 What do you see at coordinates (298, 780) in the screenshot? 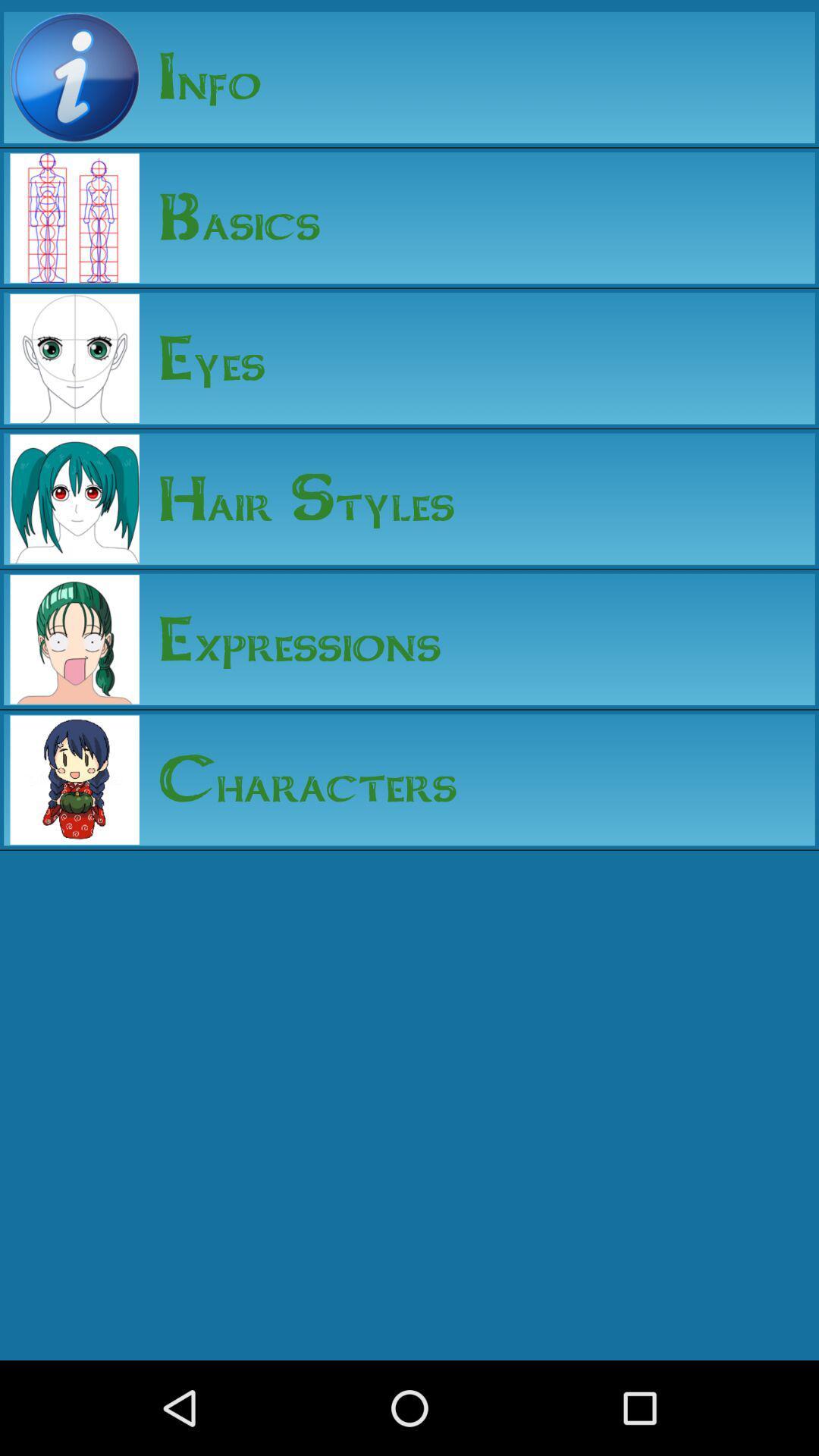
I see `characters app` at bounding box center [298, 780].